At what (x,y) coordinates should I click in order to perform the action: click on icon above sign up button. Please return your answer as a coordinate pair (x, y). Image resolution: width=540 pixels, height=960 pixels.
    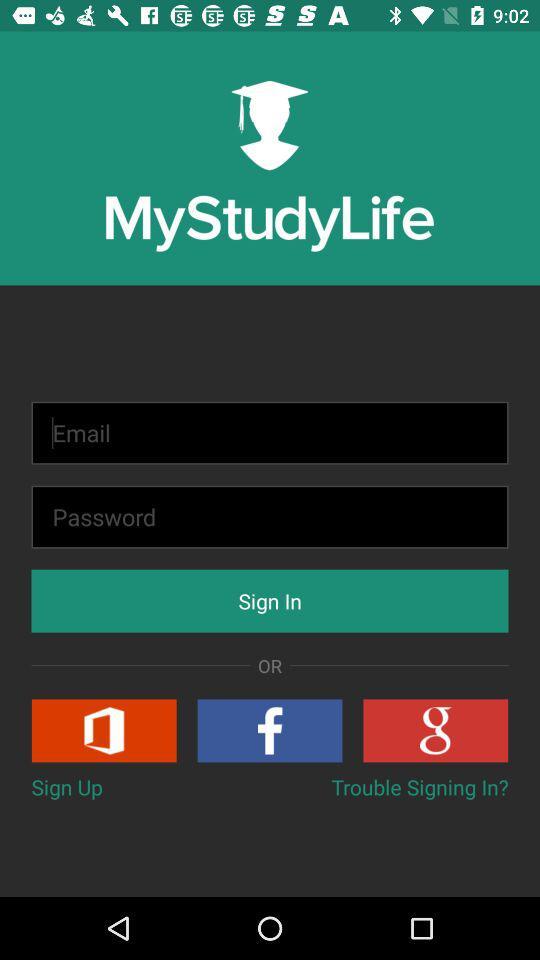
    Looking at the image, I should click on (104, 729).